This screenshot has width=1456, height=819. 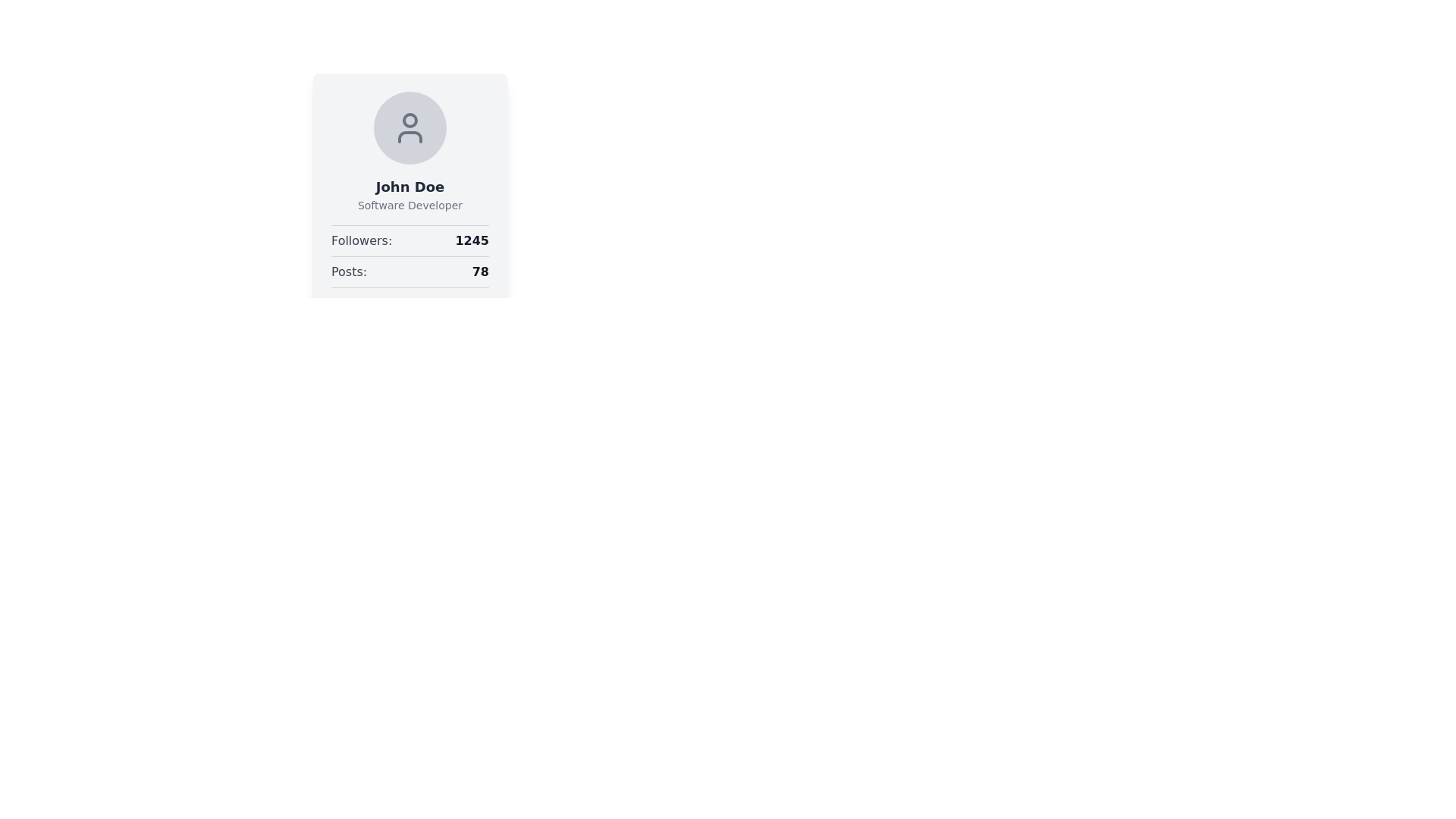 I want to click on the text label that displays the count of posts, located below the label 'Followers:' in the 'Posts:' section of the user profile card, so click(x=479, y=271).